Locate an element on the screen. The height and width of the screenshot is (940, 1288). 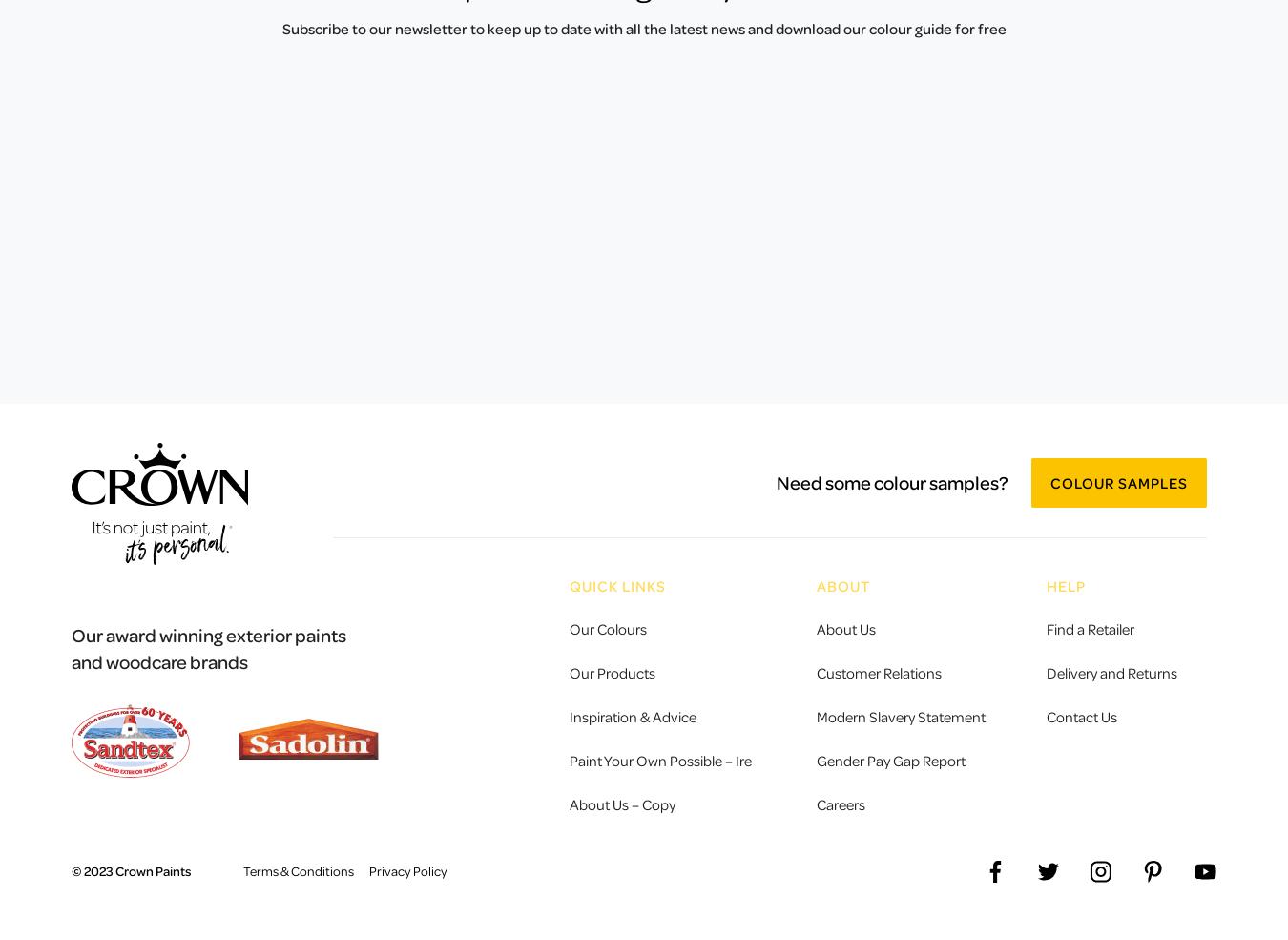
'Subscribe to our newsletter to keep up to date with all the latest news and download our colour guide for free' is located at coordinates (280, 28).